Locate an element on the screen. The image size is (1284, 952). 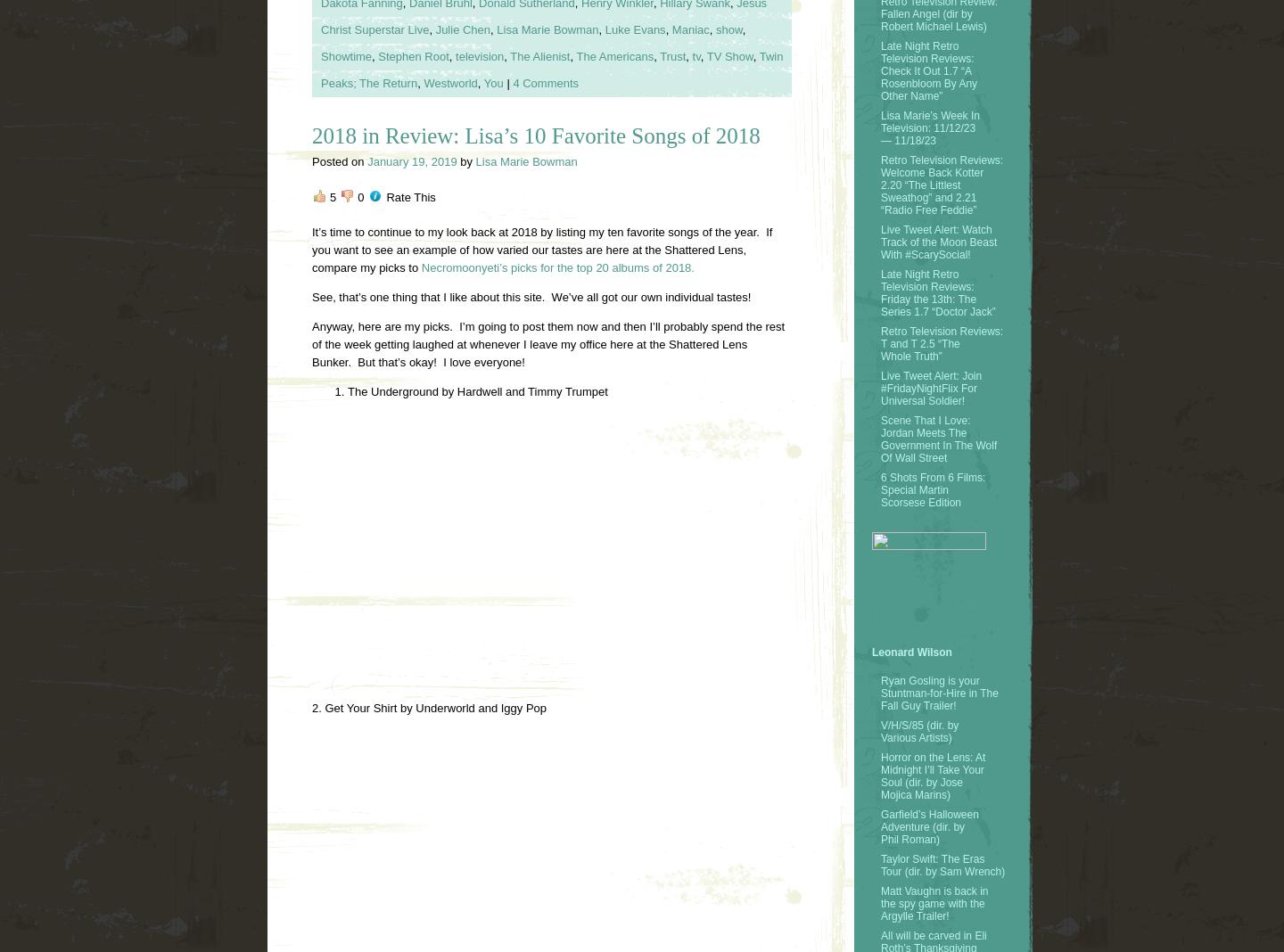
'Rate This' is located at coordinates (410, 197).